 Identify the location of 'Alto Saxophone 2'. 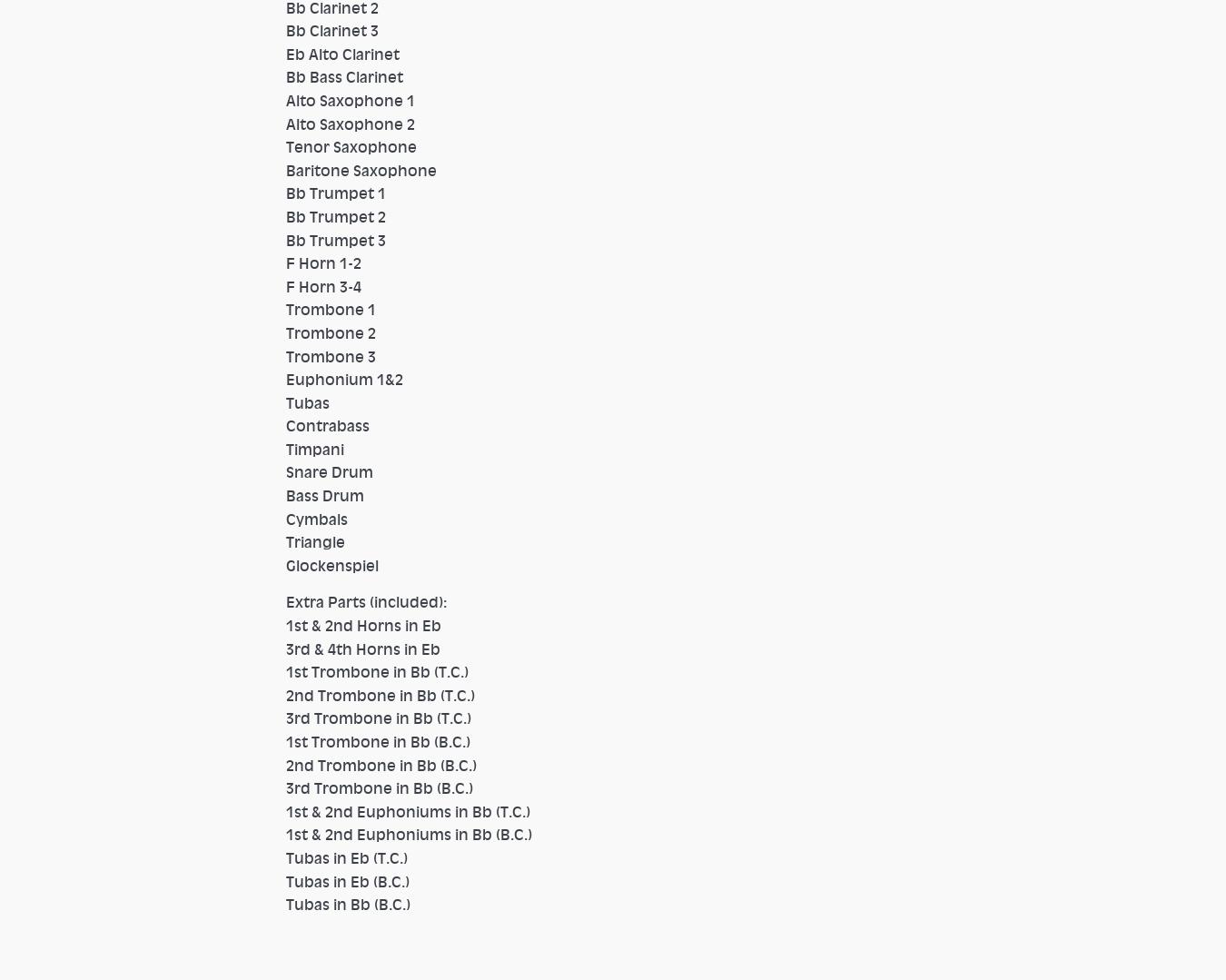
(358, 122).